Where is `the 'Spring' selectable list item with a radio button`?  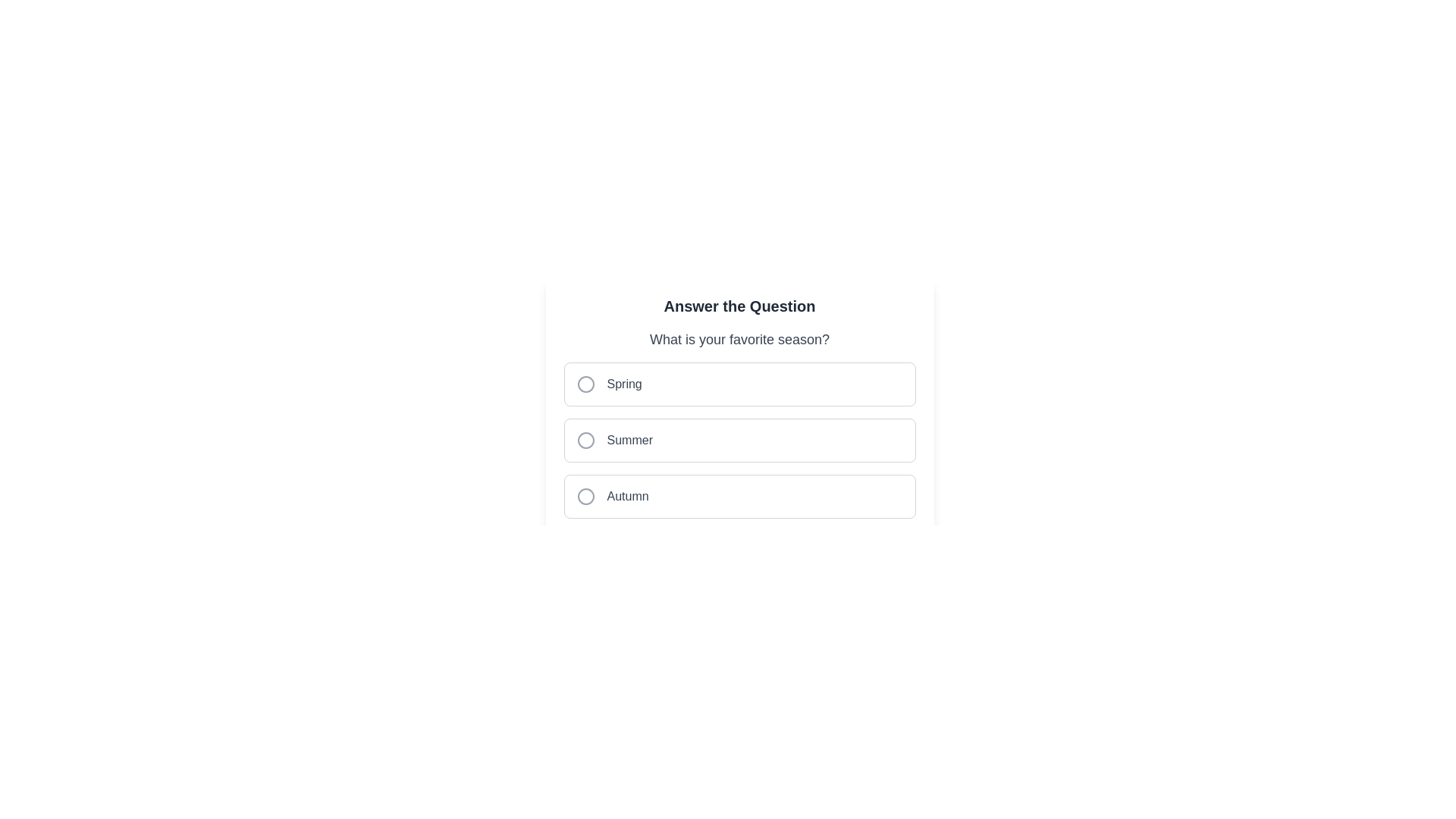 the 'Spring' selectable list item with a radio button is located at coordinates (739, 383).